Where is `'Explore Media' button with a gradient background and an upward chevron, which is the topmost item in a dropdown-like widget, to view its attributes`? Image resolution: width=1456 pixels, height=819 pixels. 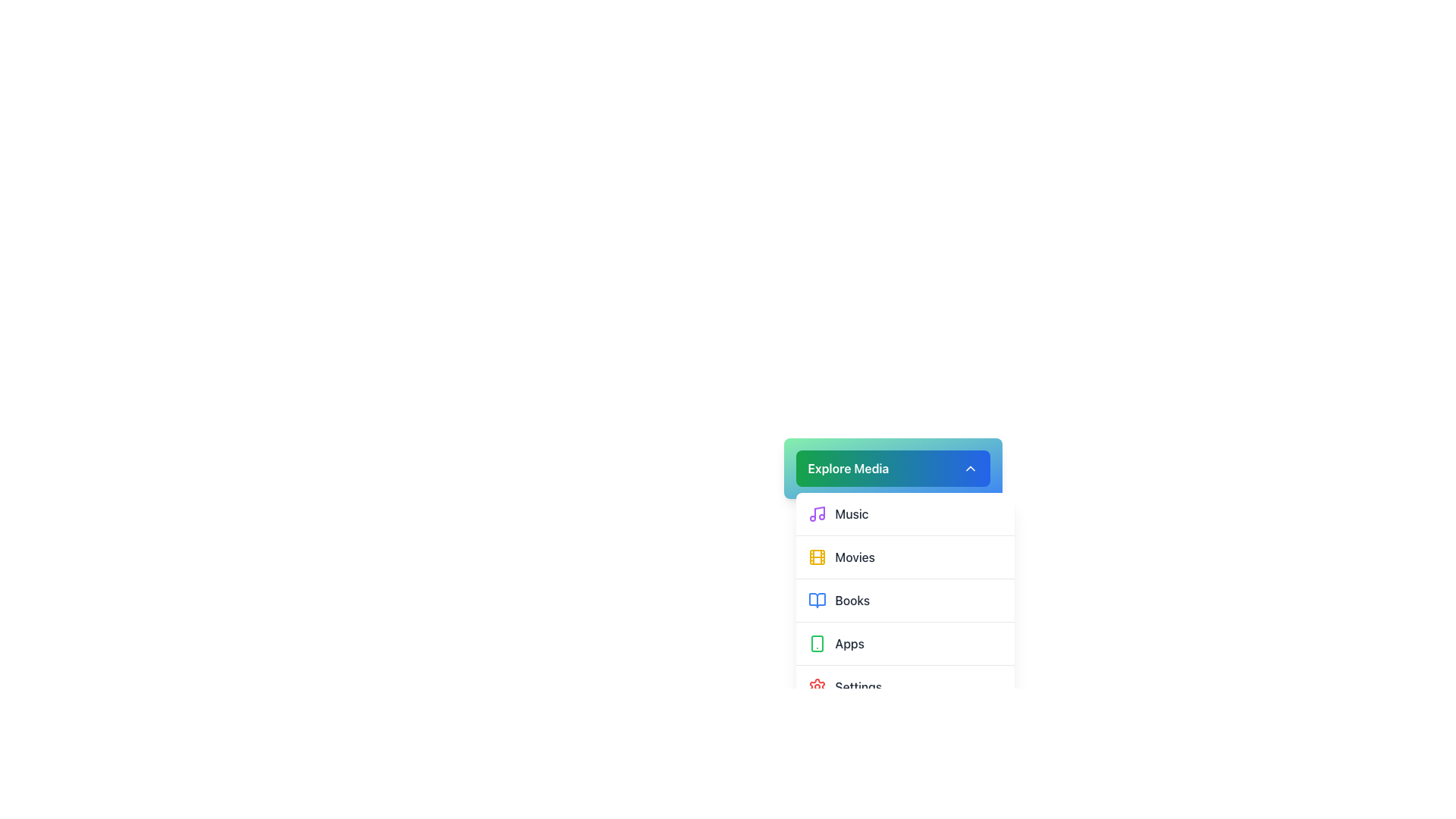
'Explore Media' button with a gradient background and an upward chevron, which is the topmost item in a dropdown-like widget, to view its attributes is located at coordinates (893, 467).